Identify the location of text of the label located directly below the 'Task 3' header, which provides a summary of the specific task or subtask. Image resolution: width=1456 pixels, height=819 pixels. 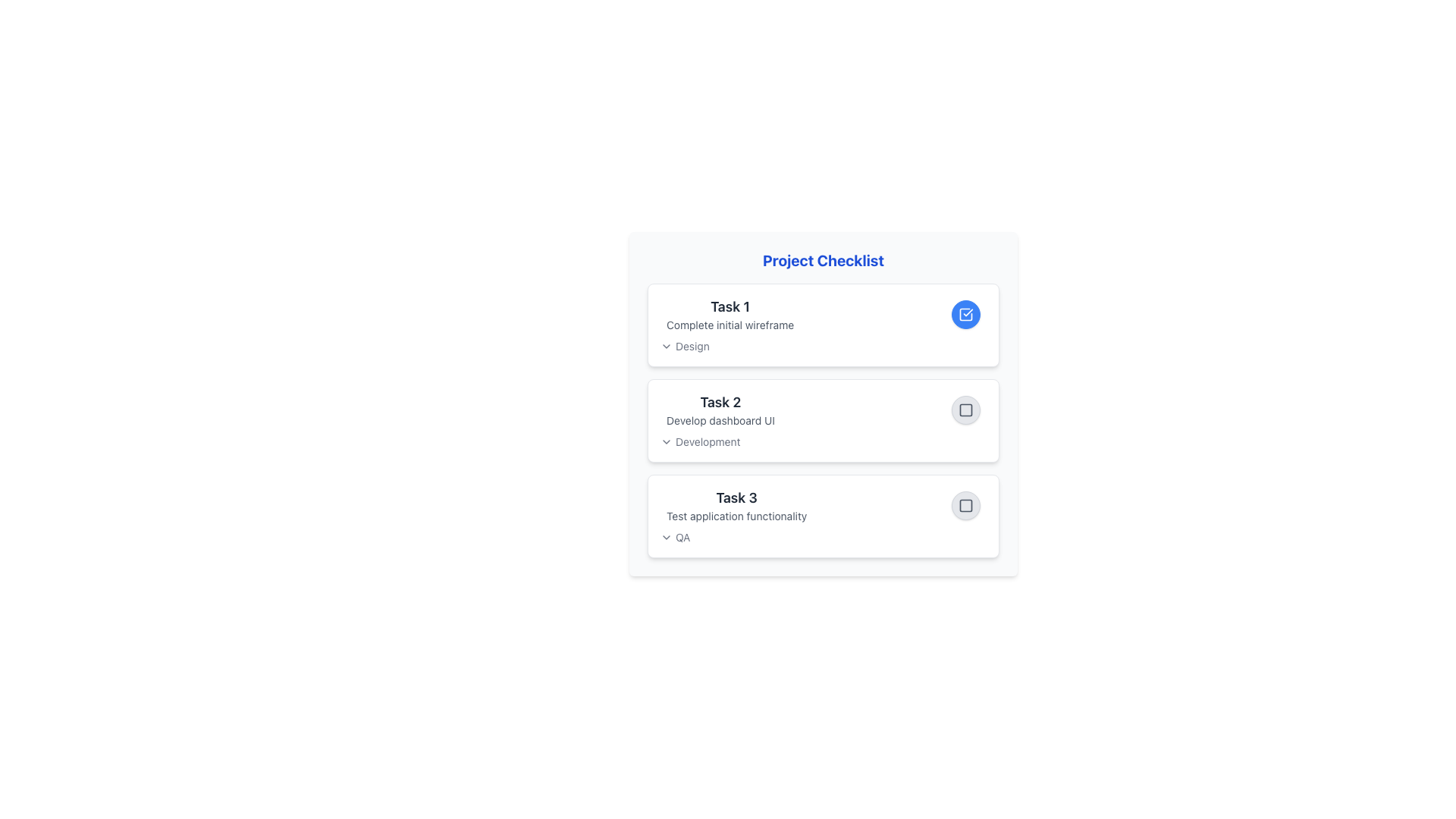
(736, 516).